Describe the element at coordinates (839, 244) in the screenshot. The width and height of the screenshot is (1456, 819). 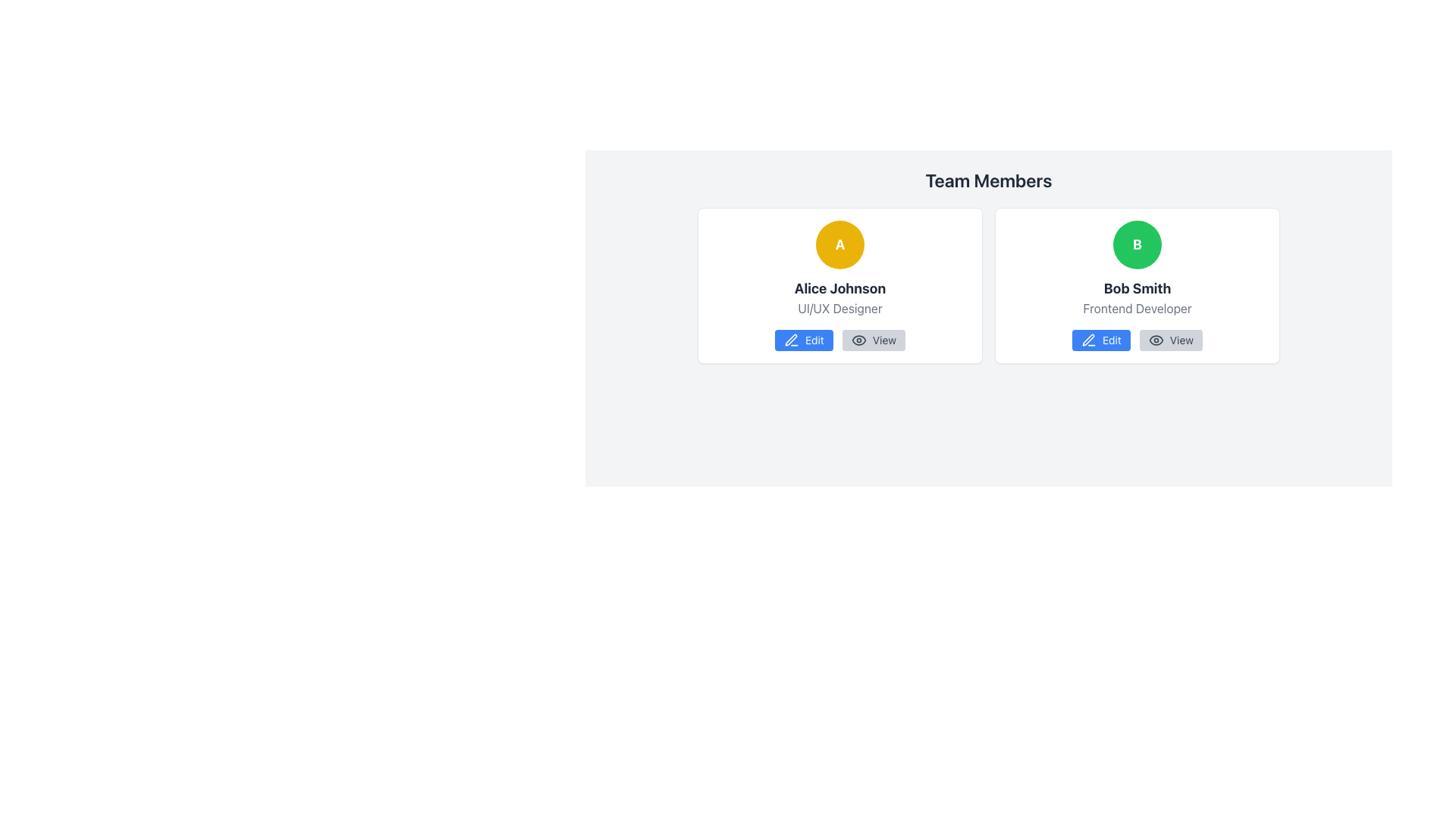
I see `the badge representing the user 'Alice Johnson', which is located at the upper center of the card labeled 'Alice Johnson' in the 'Team Members' section` at that location.